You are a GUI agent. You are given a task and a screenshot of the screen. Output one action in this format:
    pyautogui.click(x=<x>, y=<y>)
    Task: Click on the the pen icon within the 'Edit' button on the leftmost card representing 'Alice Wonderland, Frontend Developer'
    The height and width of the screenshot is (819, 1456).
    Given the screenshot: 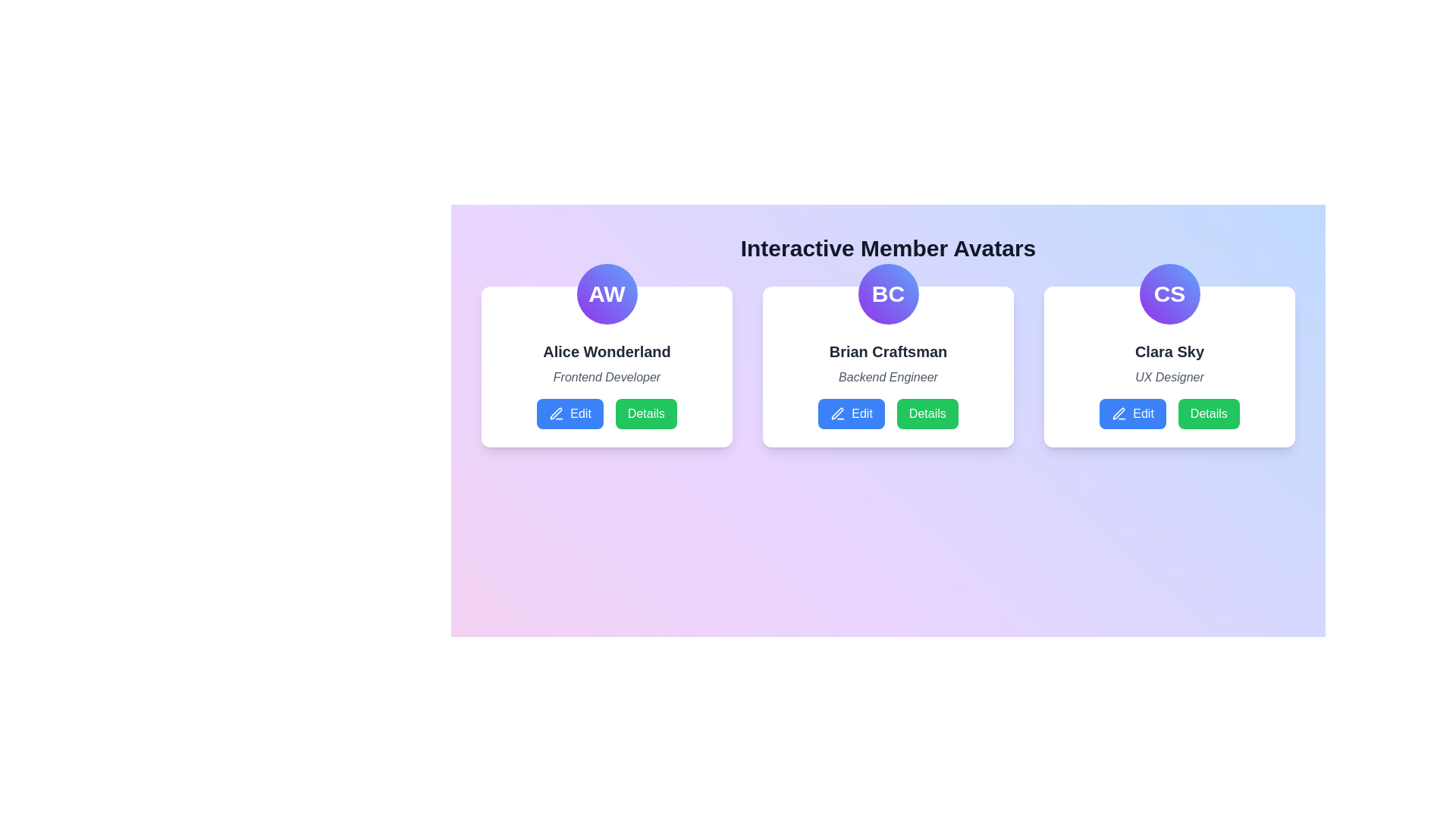 What is the action you would take?
    pyautogui.click(x=556, y=414)
    